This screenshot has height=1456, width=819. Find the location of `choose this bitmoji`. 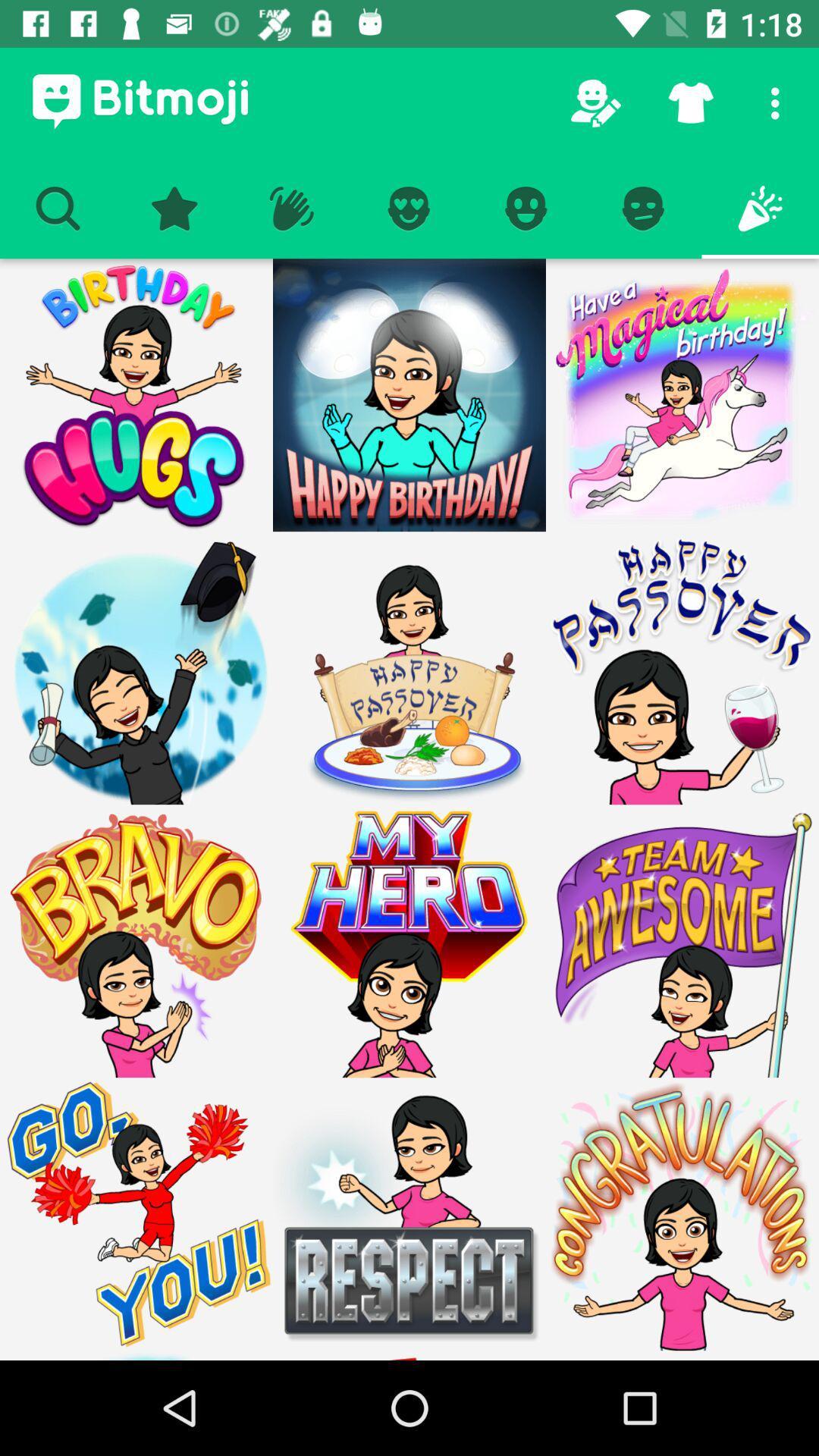

choose this bitmoji is located at coordinates (409, 940).